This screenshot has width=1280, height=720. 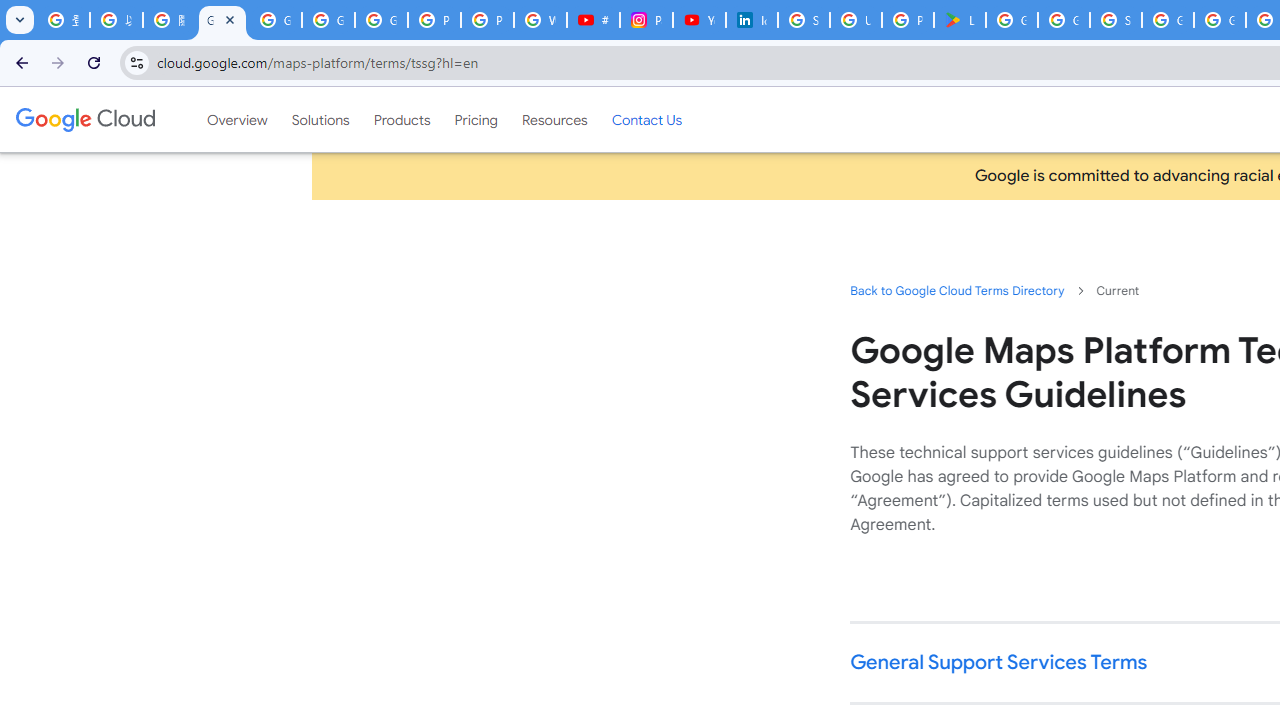 What do you see at coordinates (433, 20) in the screenshot?
I see `'Privacy Help Center - Policies Help'` at bounding box center [433, 20].